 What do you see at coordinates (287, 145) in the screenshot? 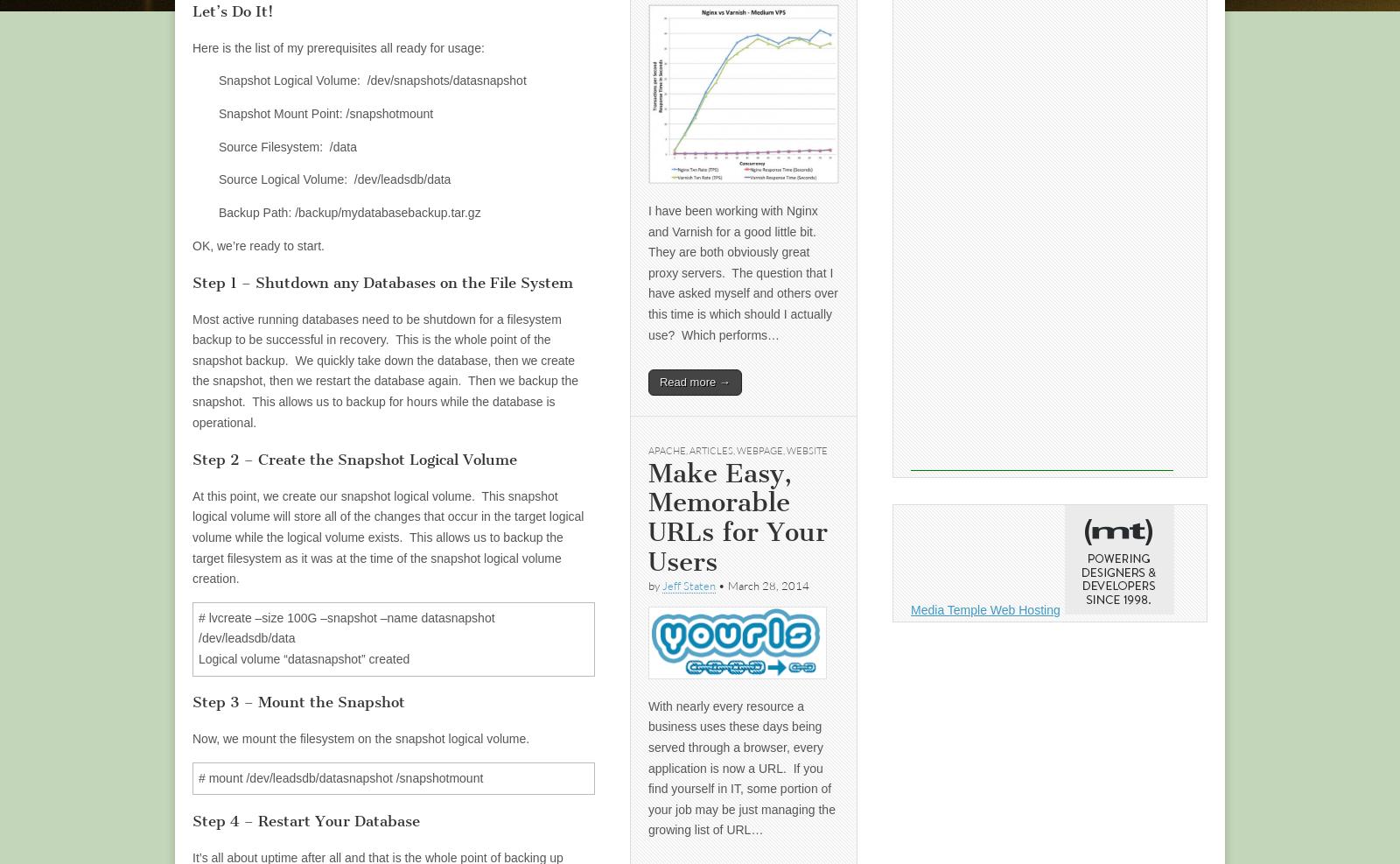
I see `'Source Filesystem:  /data'` at bounding box center [287, 145].